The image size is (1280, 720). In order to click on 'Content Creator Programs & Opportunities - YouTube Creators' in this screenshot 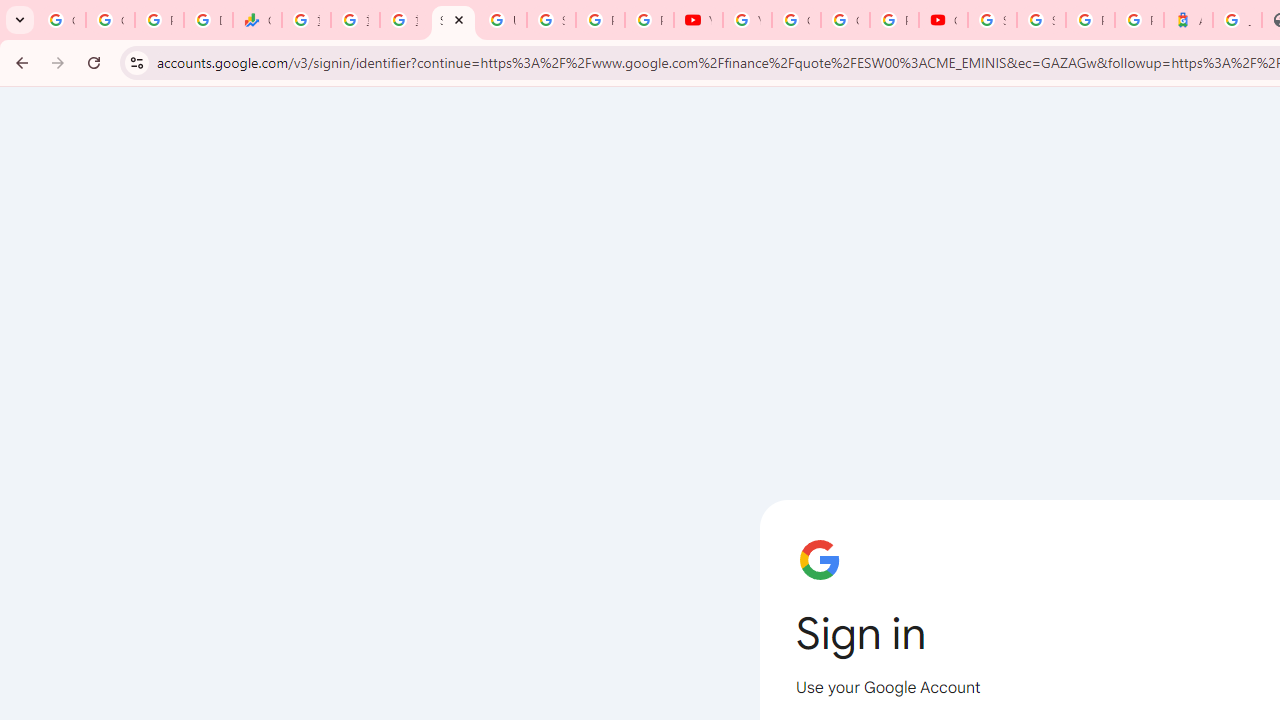, I will do `click(942, 20)`.